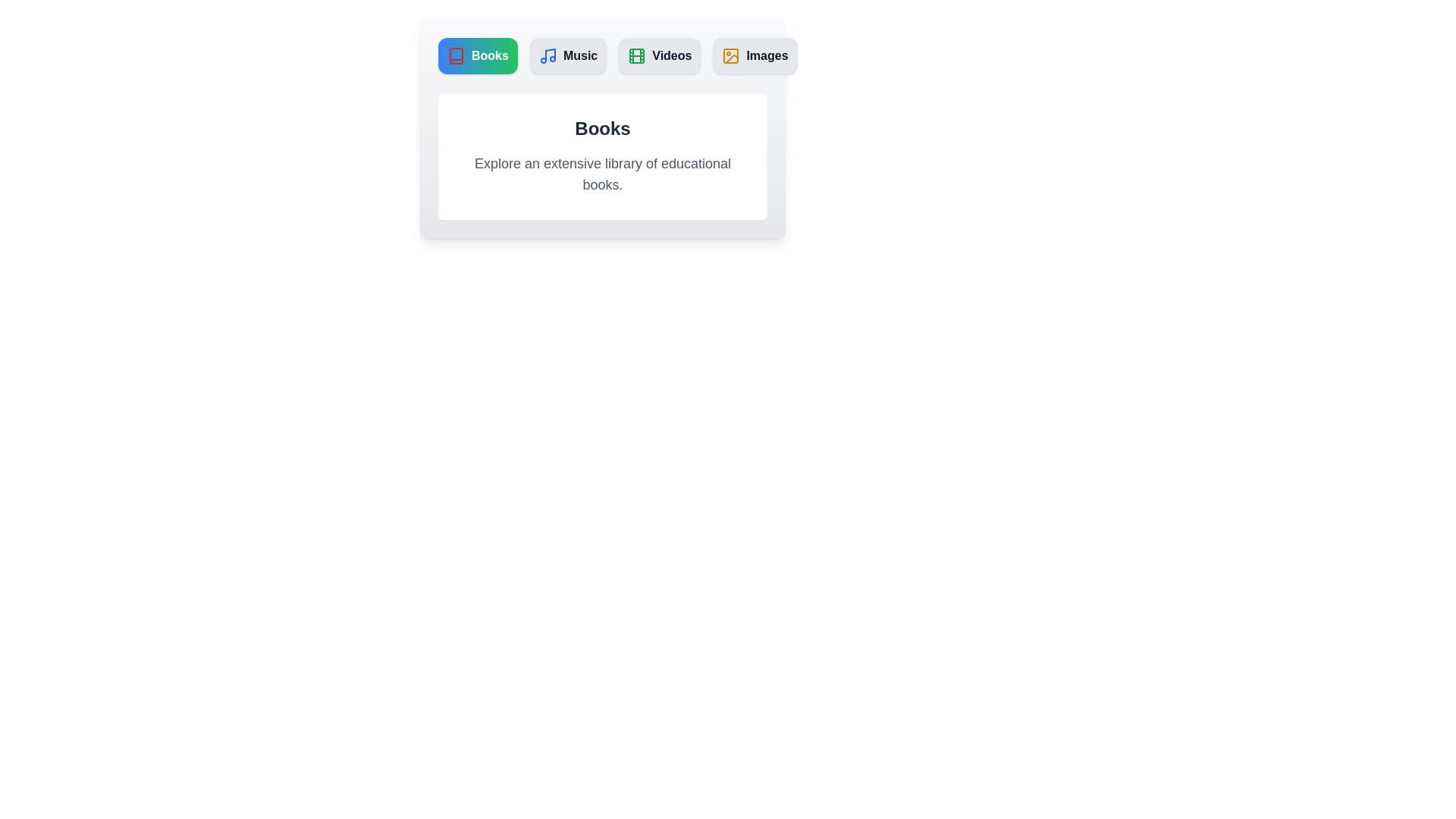 The height and width of the screenshot is (819, 1456). What do you see at coordinates (755, 55) in the screenshot?
I see `the Images tab to switch to its content` at bounding box center [755, 55].